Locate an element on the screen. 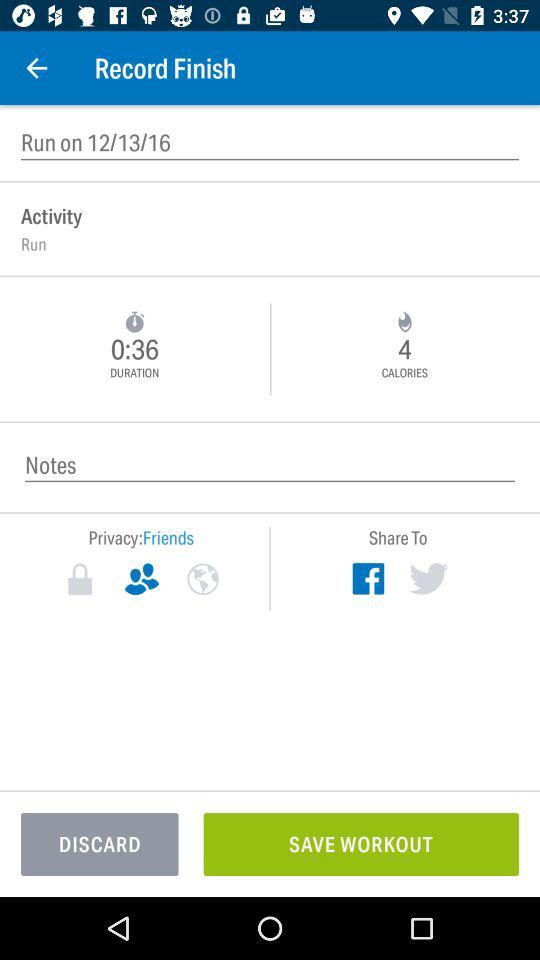 Image resolution: width=540 pixels, height=960 pixels. the twitter icon is located at coordinates (427, 578).